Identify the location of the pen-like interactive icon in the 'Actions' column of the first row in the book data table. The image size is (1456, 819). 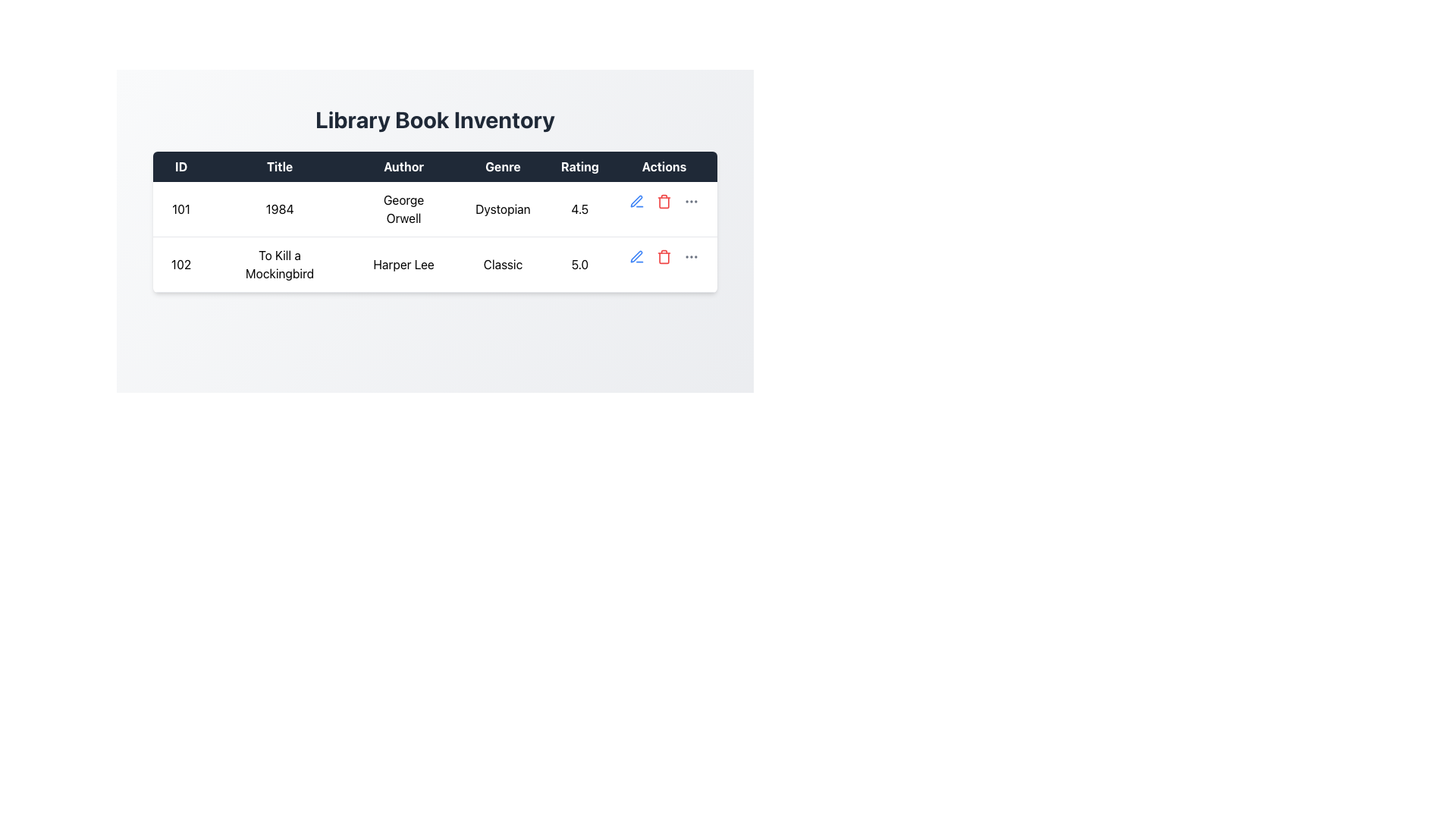
(637, 199).